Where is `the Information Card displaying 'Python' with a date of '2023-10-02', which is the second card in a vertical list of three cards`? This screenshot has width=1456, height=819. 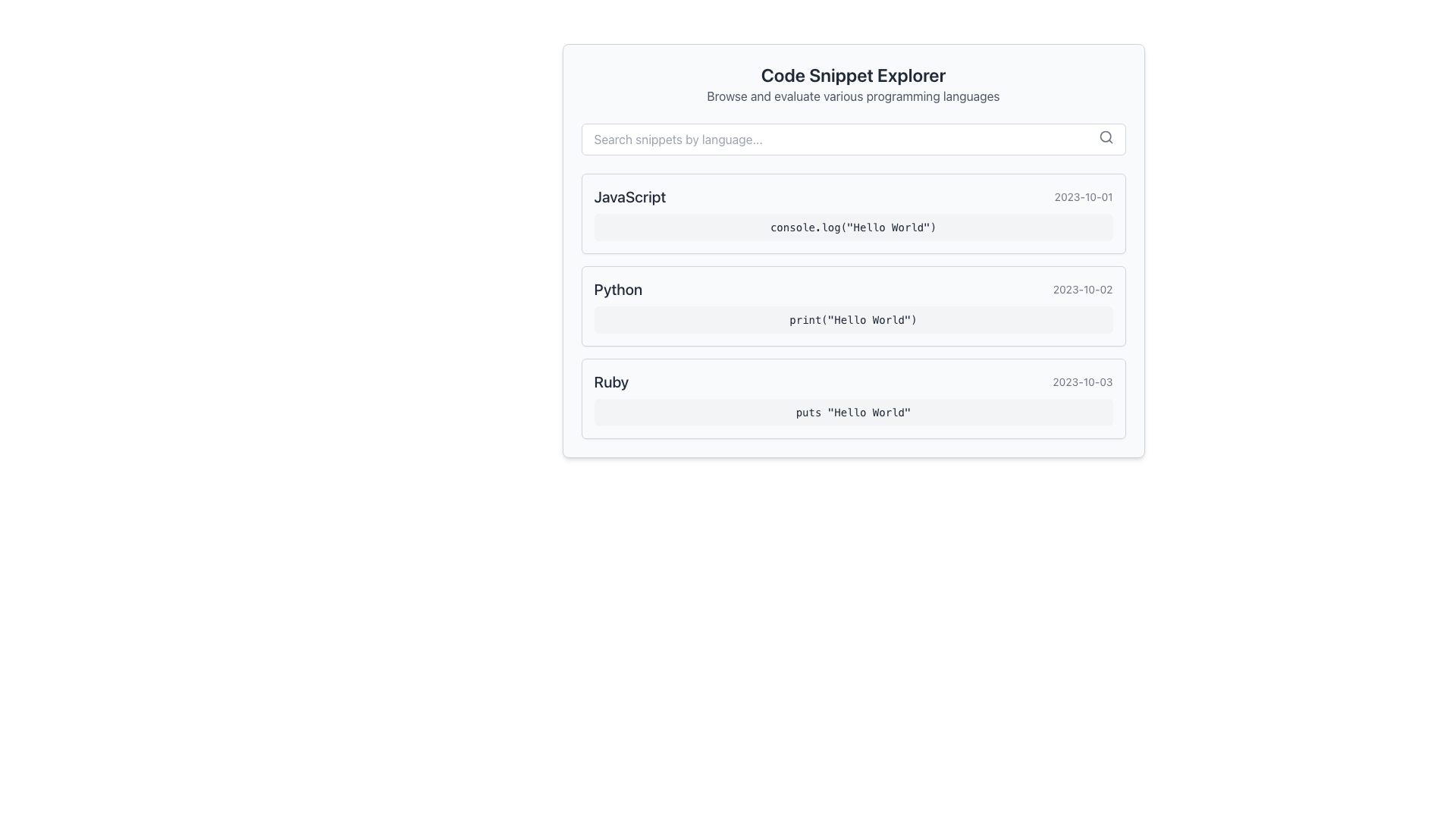 the Information Card displaying 'Python' with a date of '2023-10-02', which is the second card in a vertical list of three cards is located at coordinates (853, 306).